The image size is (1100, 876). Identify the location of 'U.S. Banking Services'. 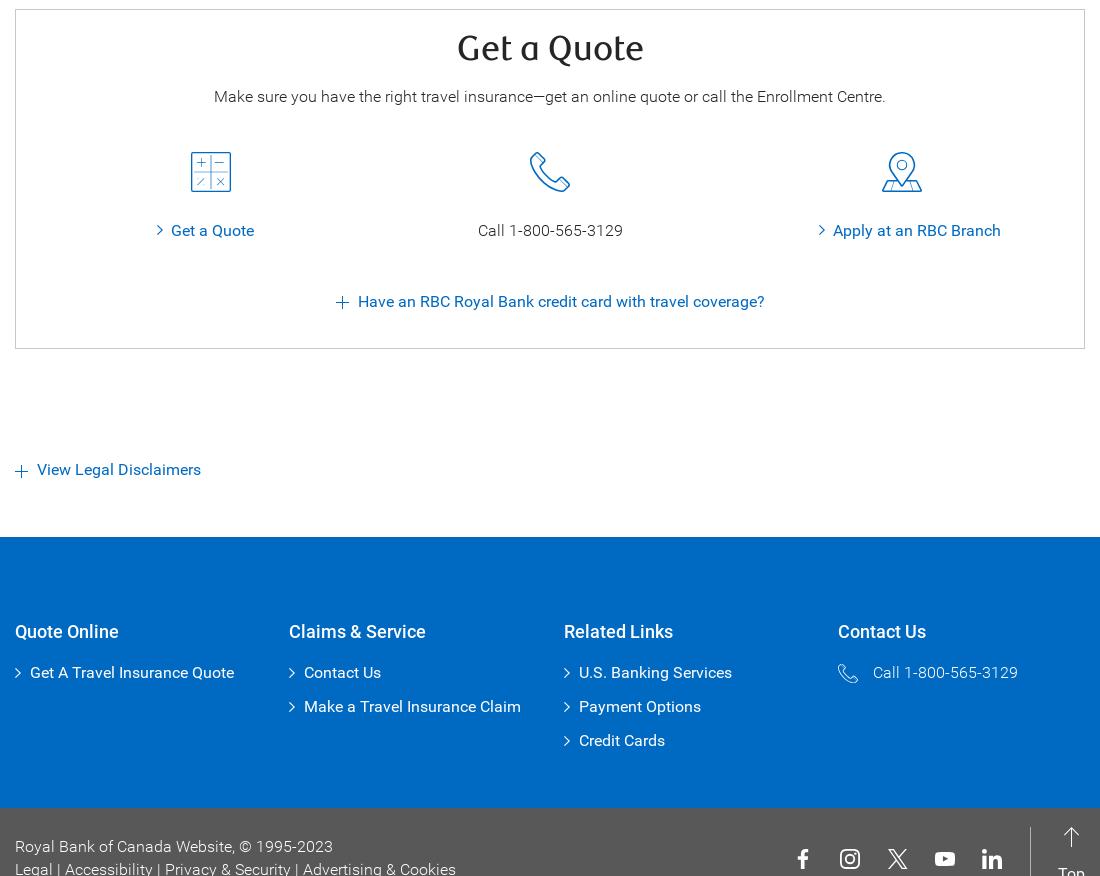
(654, 671).